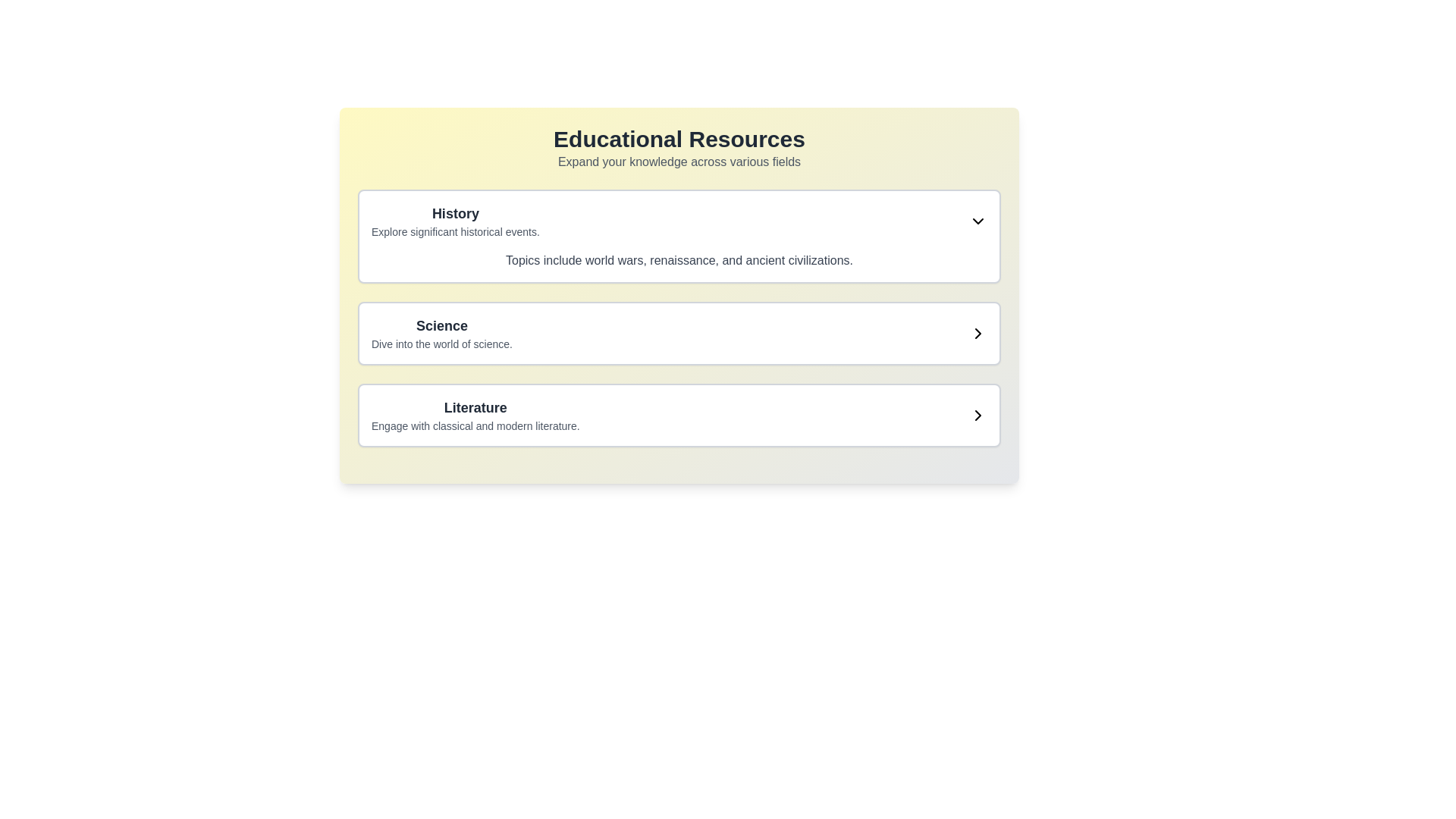 This screenshot has width=1456, height=819. I want to click on the static text displaying 'Topics include world wars, renaissance, and ancient civilizations' located below the 'History' section title, so click(679, 259).